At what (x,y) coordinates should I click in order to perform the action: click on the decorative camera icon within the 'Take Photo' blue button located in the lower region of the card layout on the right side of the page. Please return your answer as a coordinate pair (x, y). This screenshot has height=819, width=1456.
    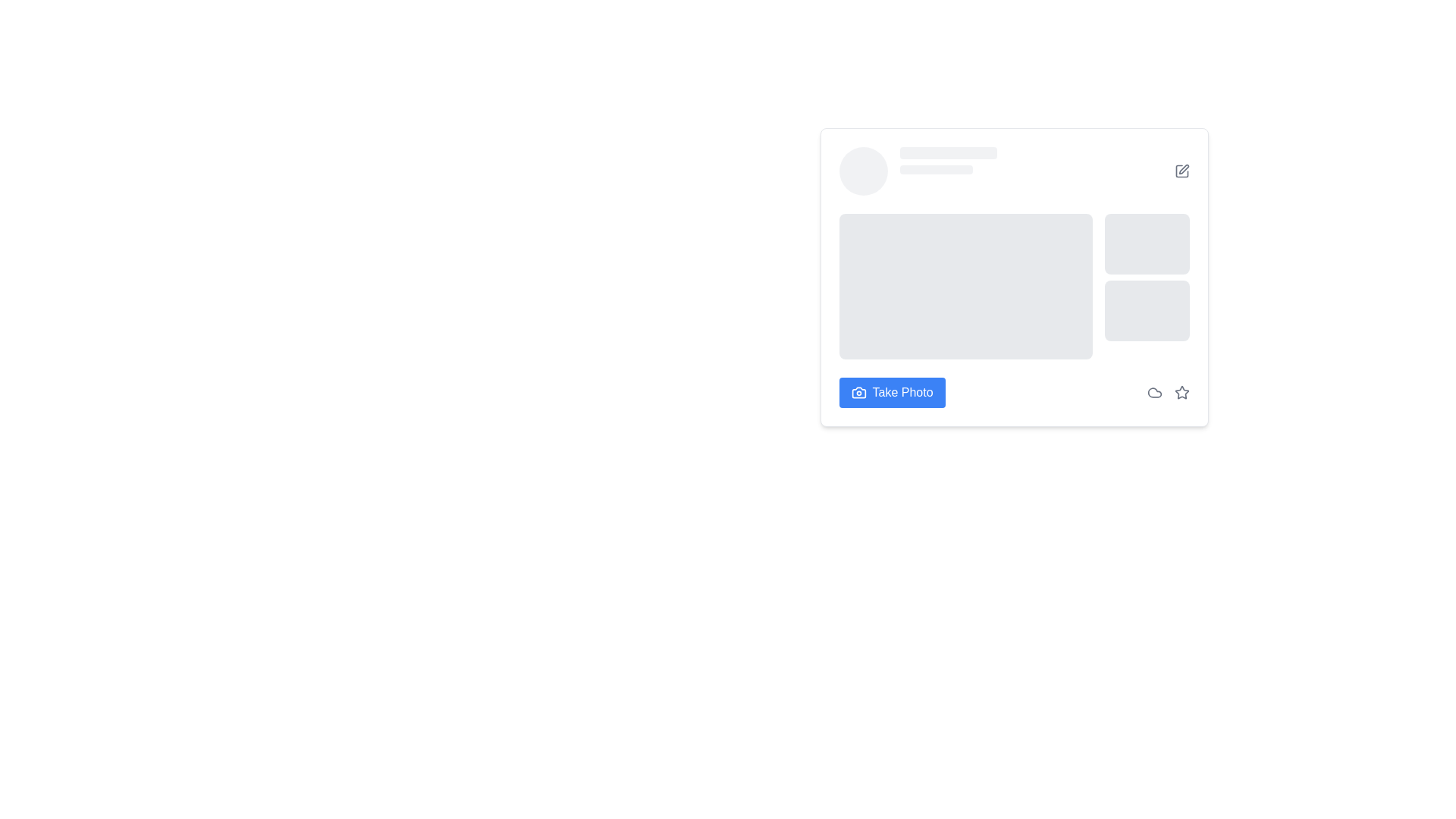
    Looking at the image, I should click on (858, 391).